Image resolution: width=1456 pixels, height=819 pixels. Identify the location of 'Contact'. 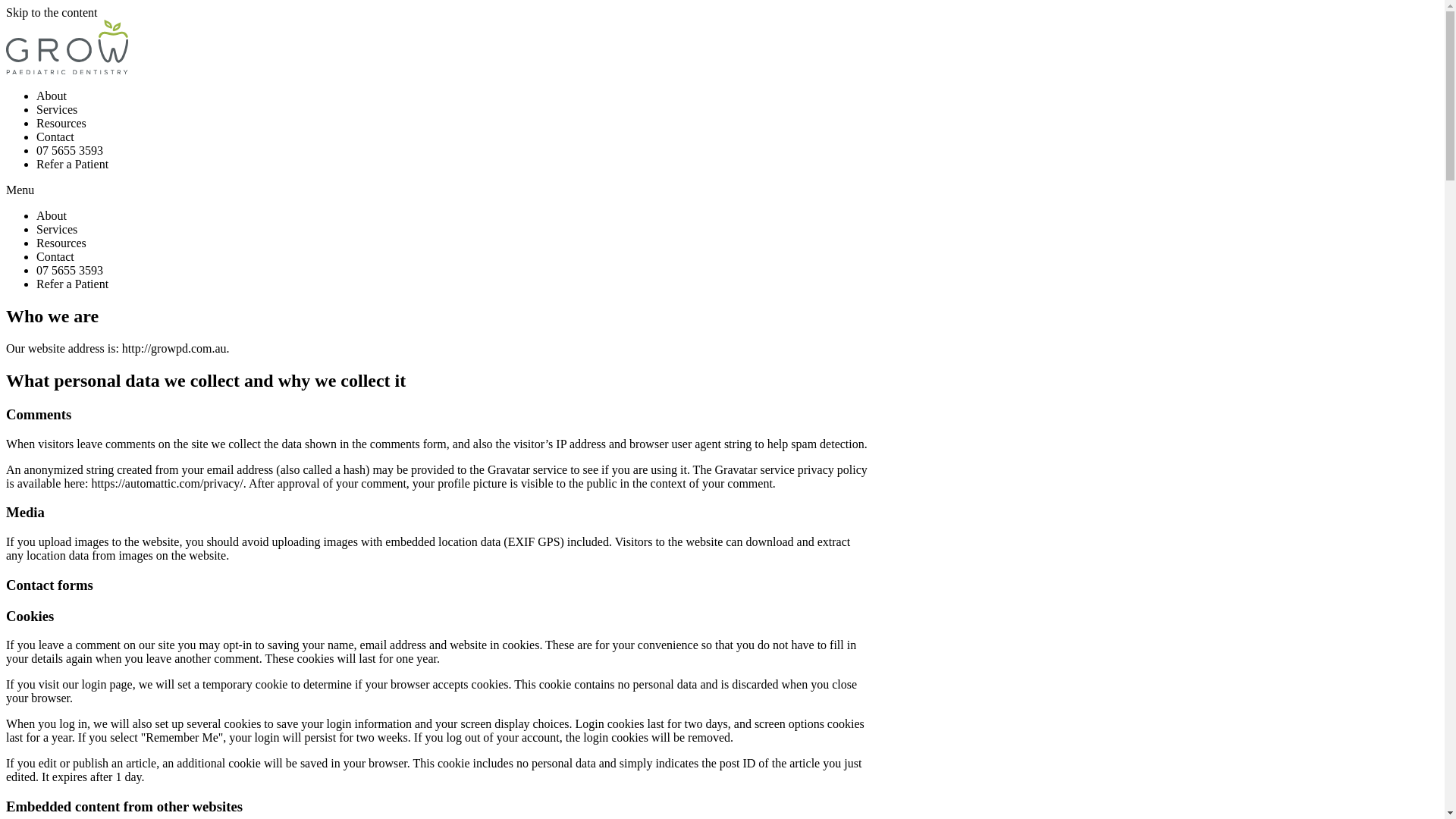
(36, 256).